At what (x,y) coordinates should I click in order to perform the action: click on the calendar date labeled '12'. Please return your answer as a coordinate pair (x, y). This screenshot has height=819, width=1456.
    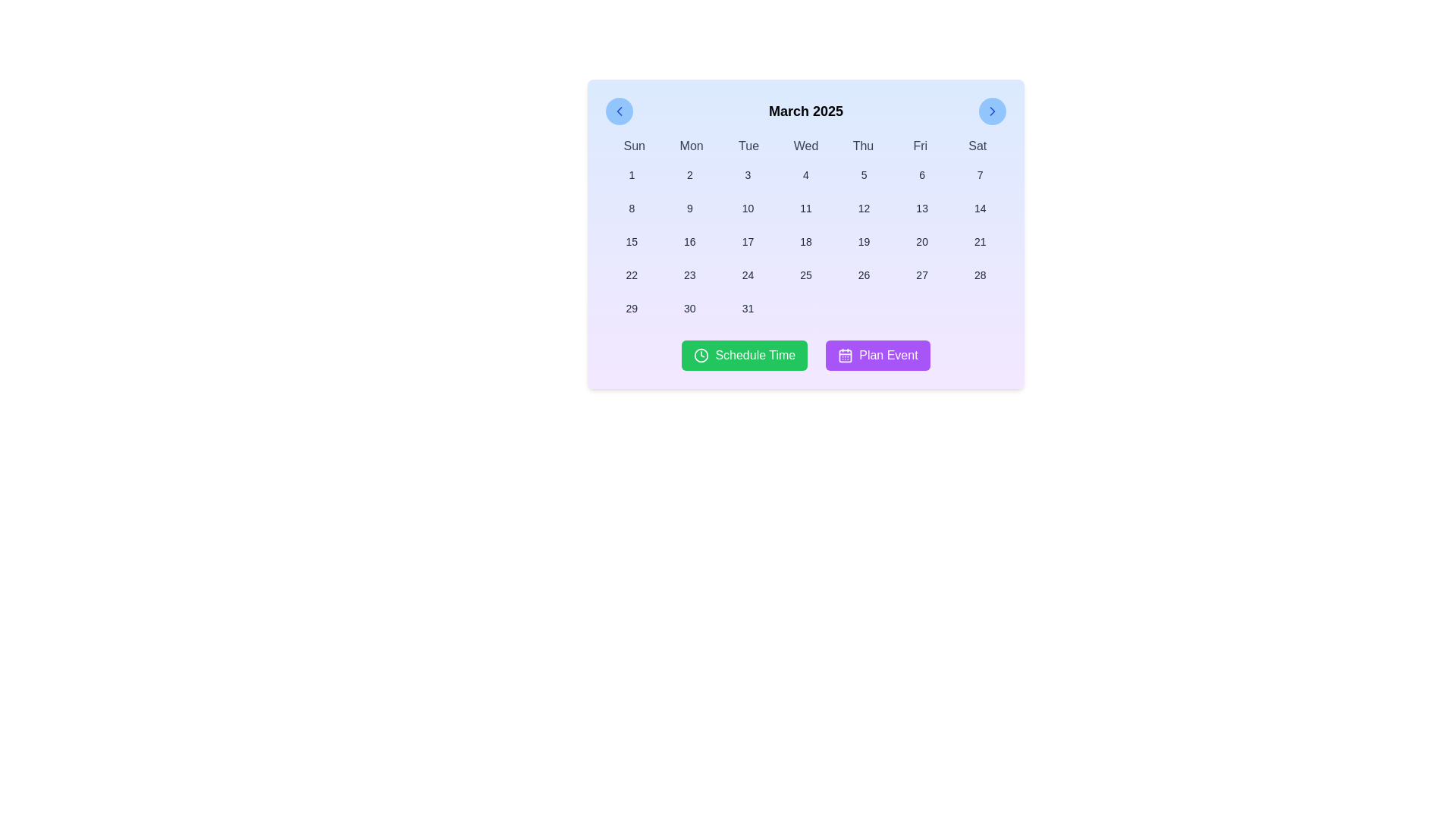
    Looking at the image, I should click on (864, 208).